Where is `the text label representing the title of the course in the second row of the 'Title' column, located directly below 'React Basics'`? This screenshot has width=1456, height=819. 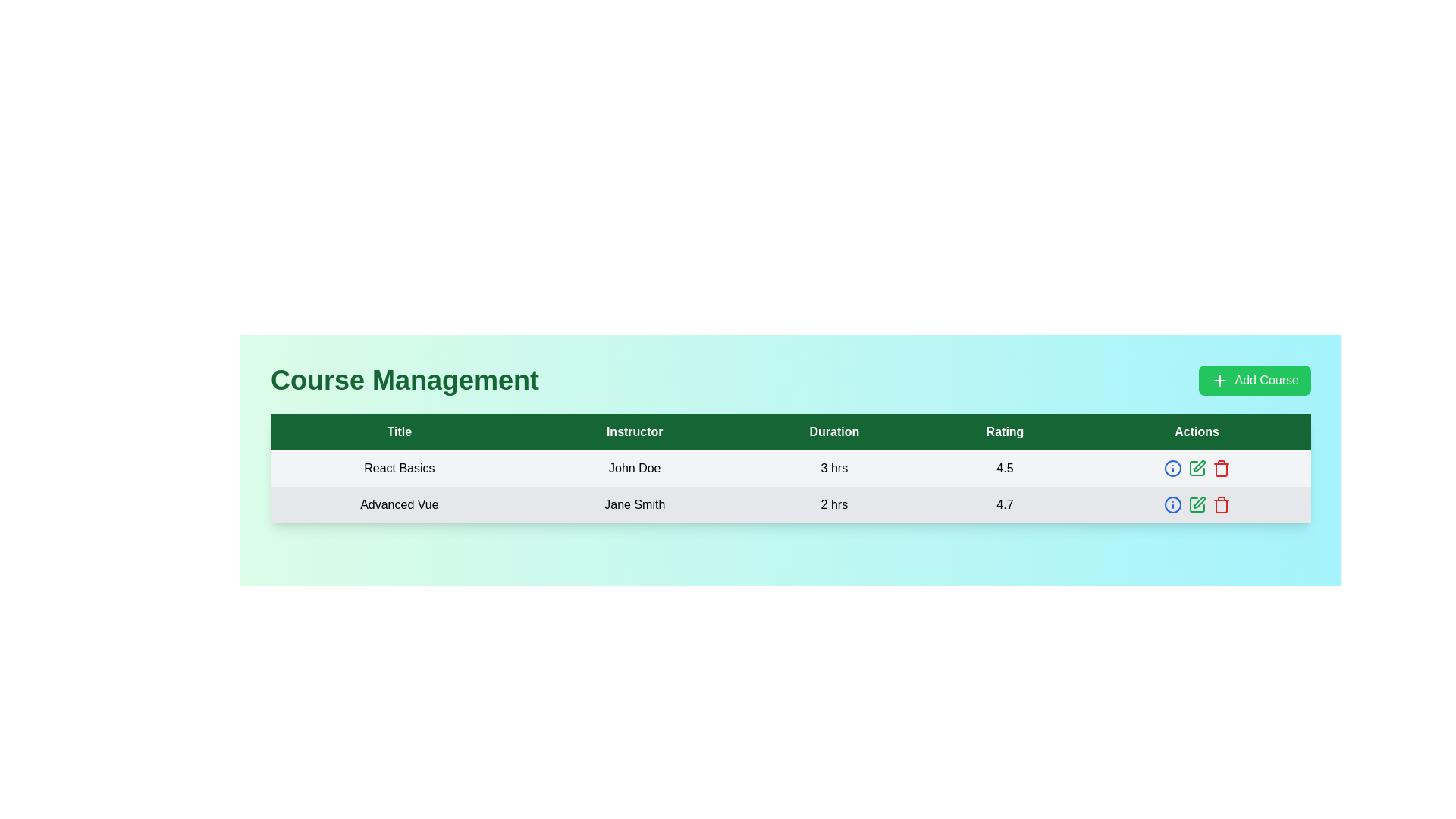
the text label representing the title of the course in the second row of the 'Title' column, located directly below 'React Basics' is located at coordinates (399, 505).